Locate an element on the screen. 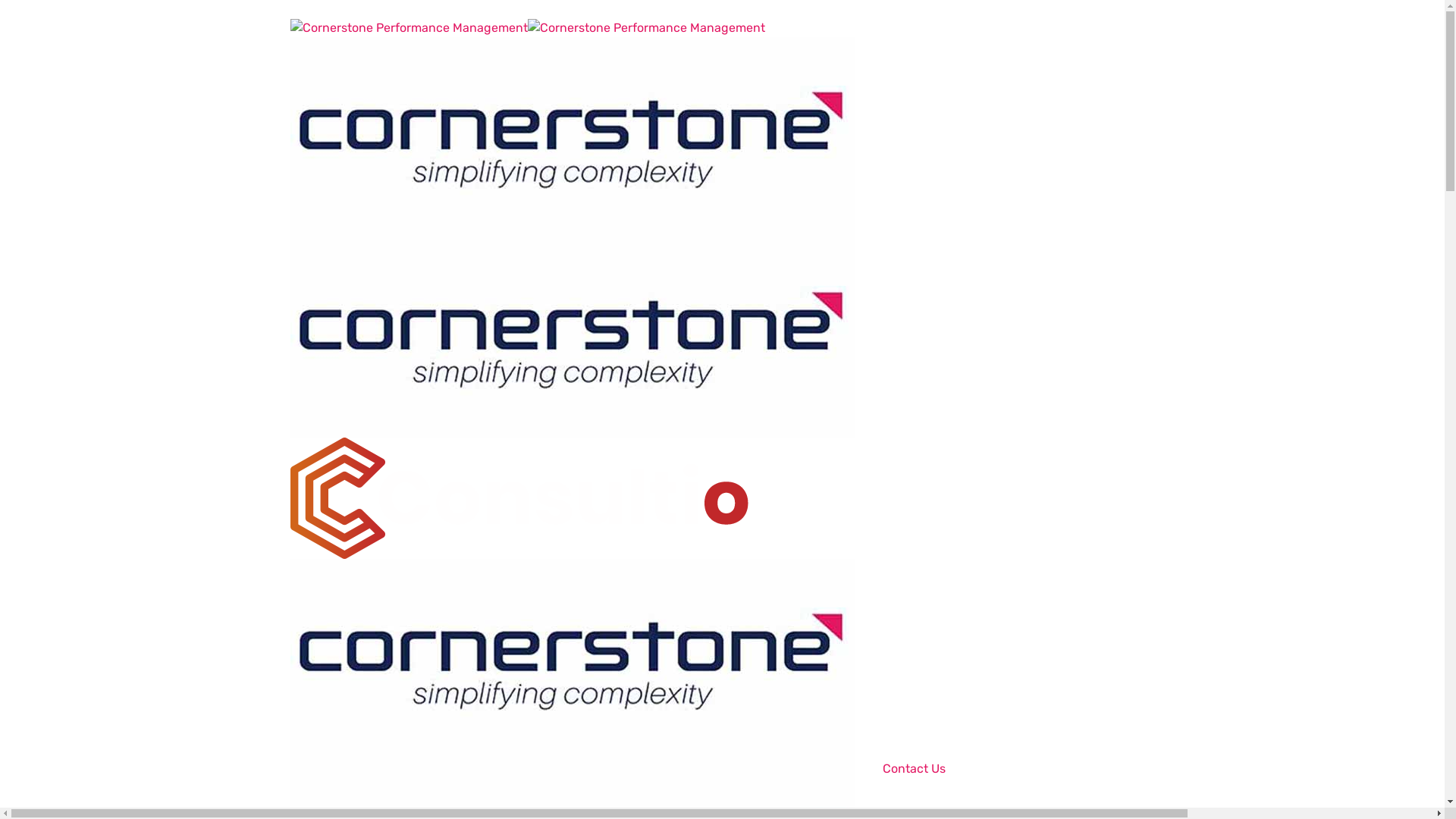  'Cornerstone Performance Management' is located at coordinates (571, 335).